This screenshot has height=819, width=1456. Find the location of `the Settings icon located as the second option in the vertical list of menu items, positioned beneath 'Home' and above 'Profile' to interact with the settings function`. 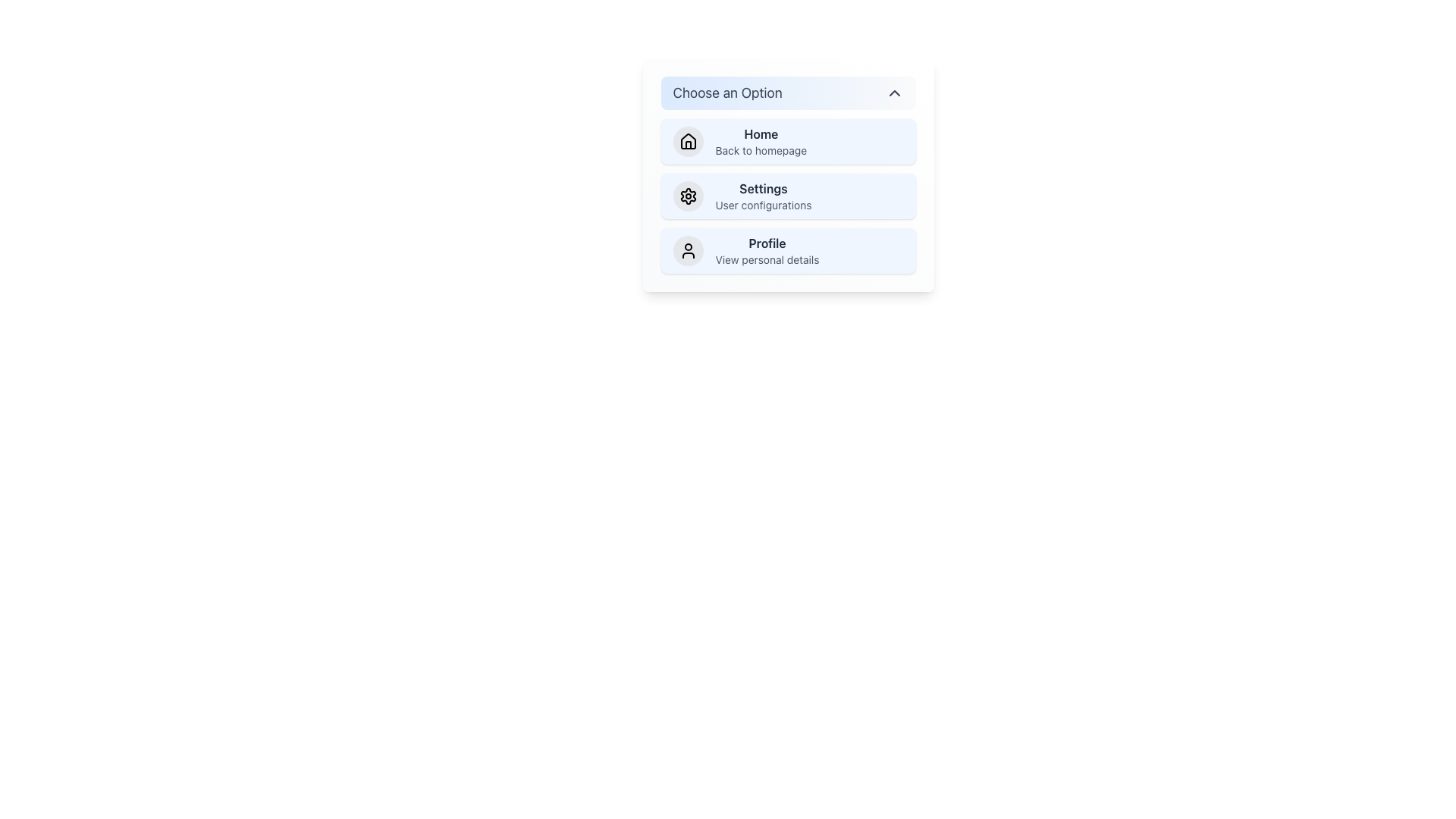

the Settings icon located as the second option in the vertical list of menu items, positioned beneath 'Home' and above 'Profile' to interact with the settings function is located at coordinates (687, 195).